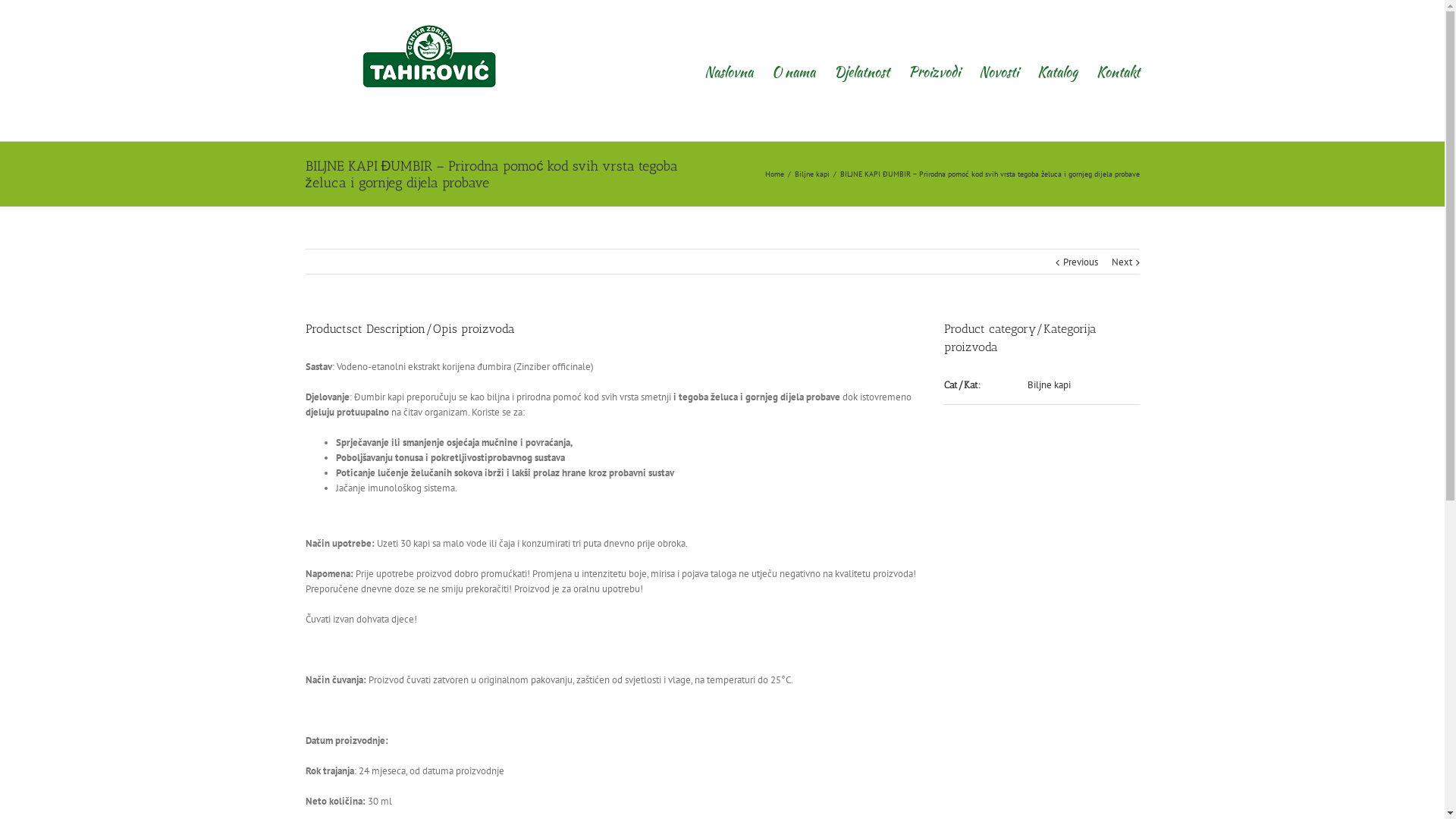  I want to click on 'O nama', so click(792, 70).